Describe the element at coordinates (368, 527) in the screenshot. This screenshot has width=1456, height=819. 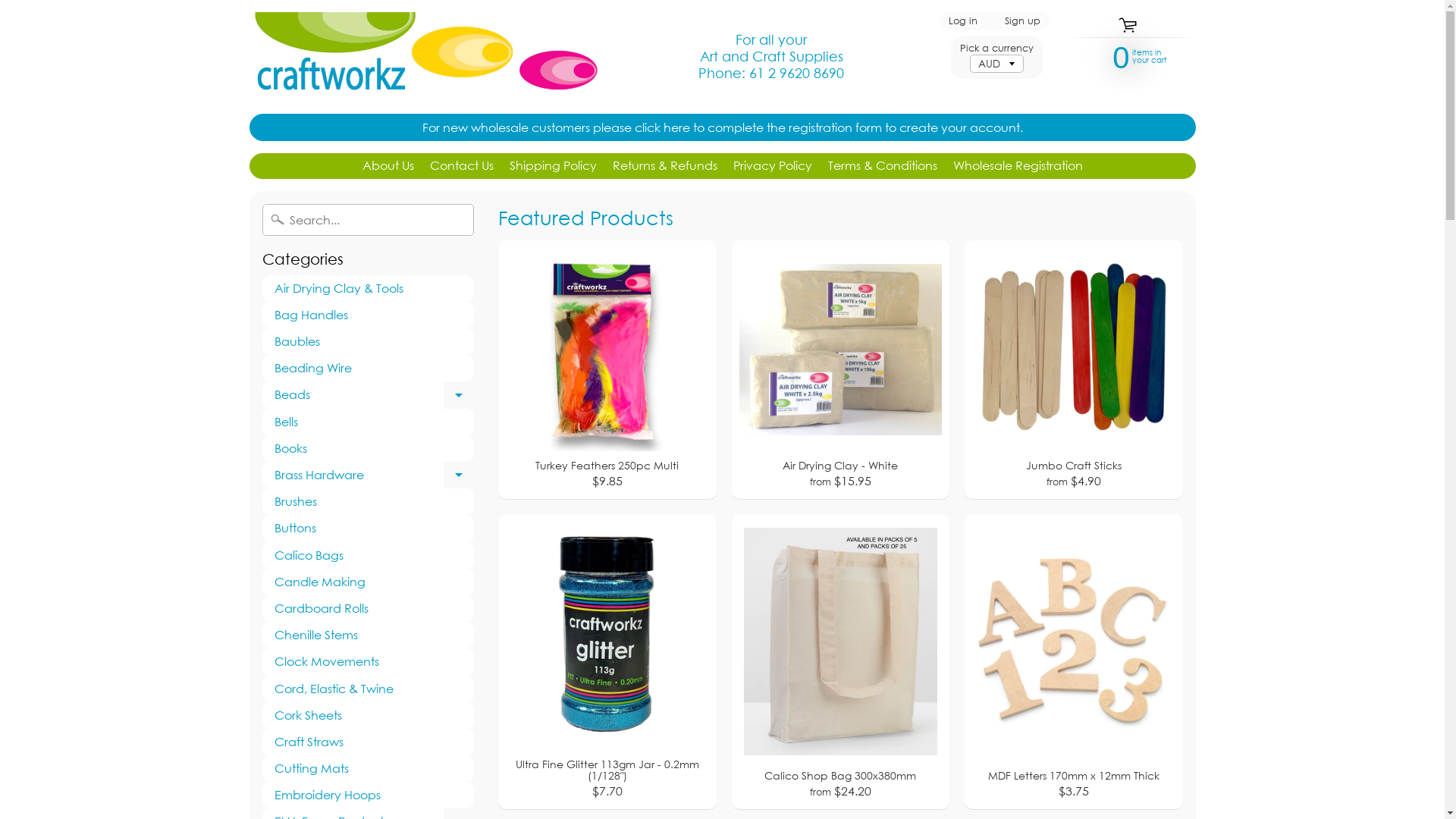
I see `'Buttons'` at that location.